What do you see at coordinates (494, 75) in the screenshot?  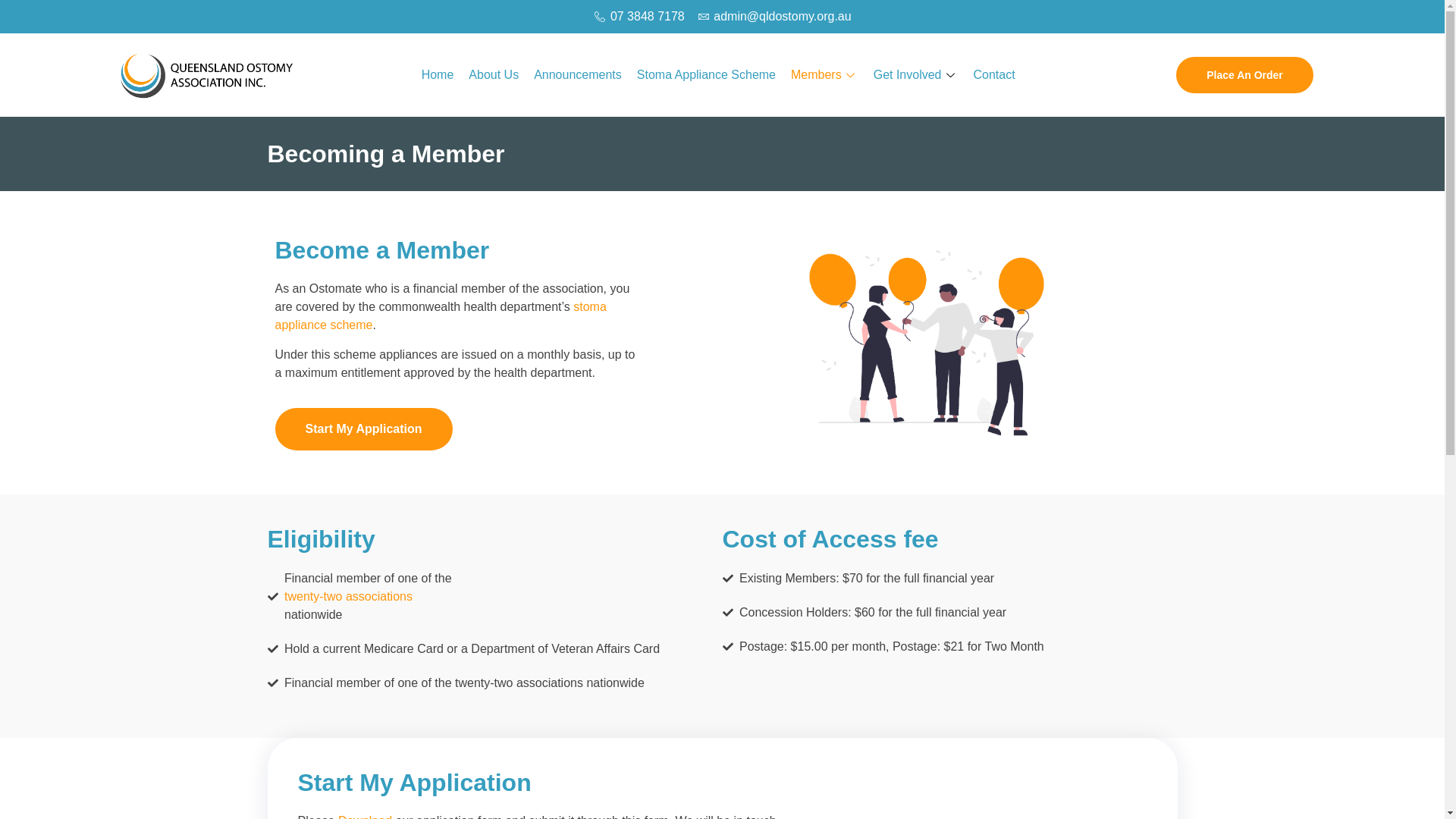 I see `'About Us'` at bounding box center [494, 75].